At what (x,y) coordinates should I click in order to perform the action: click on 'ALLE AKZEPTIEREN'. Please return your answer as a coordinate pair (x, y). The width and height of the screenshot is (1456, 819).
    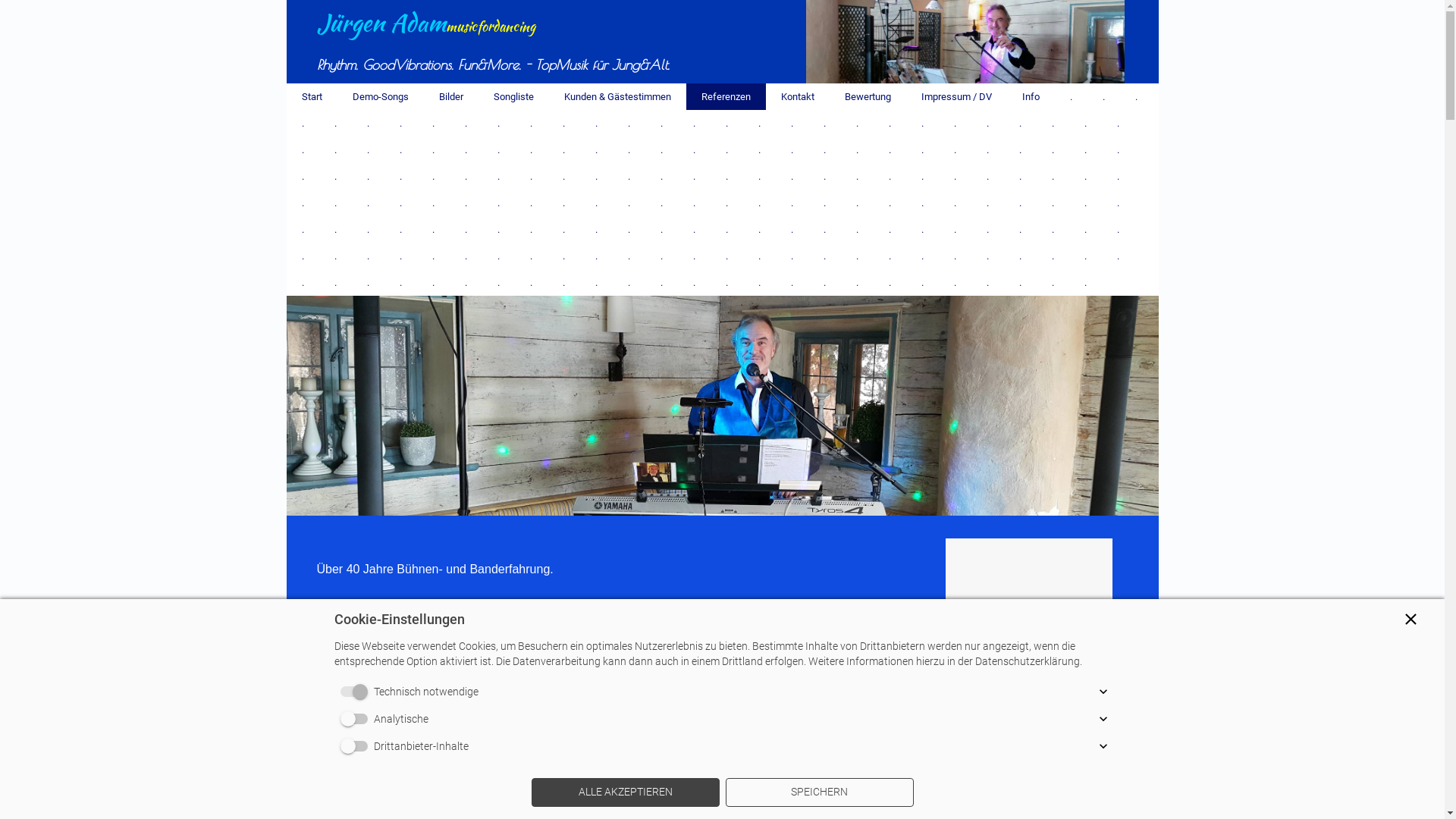
    Looking at the image, I should click on (625, 792).